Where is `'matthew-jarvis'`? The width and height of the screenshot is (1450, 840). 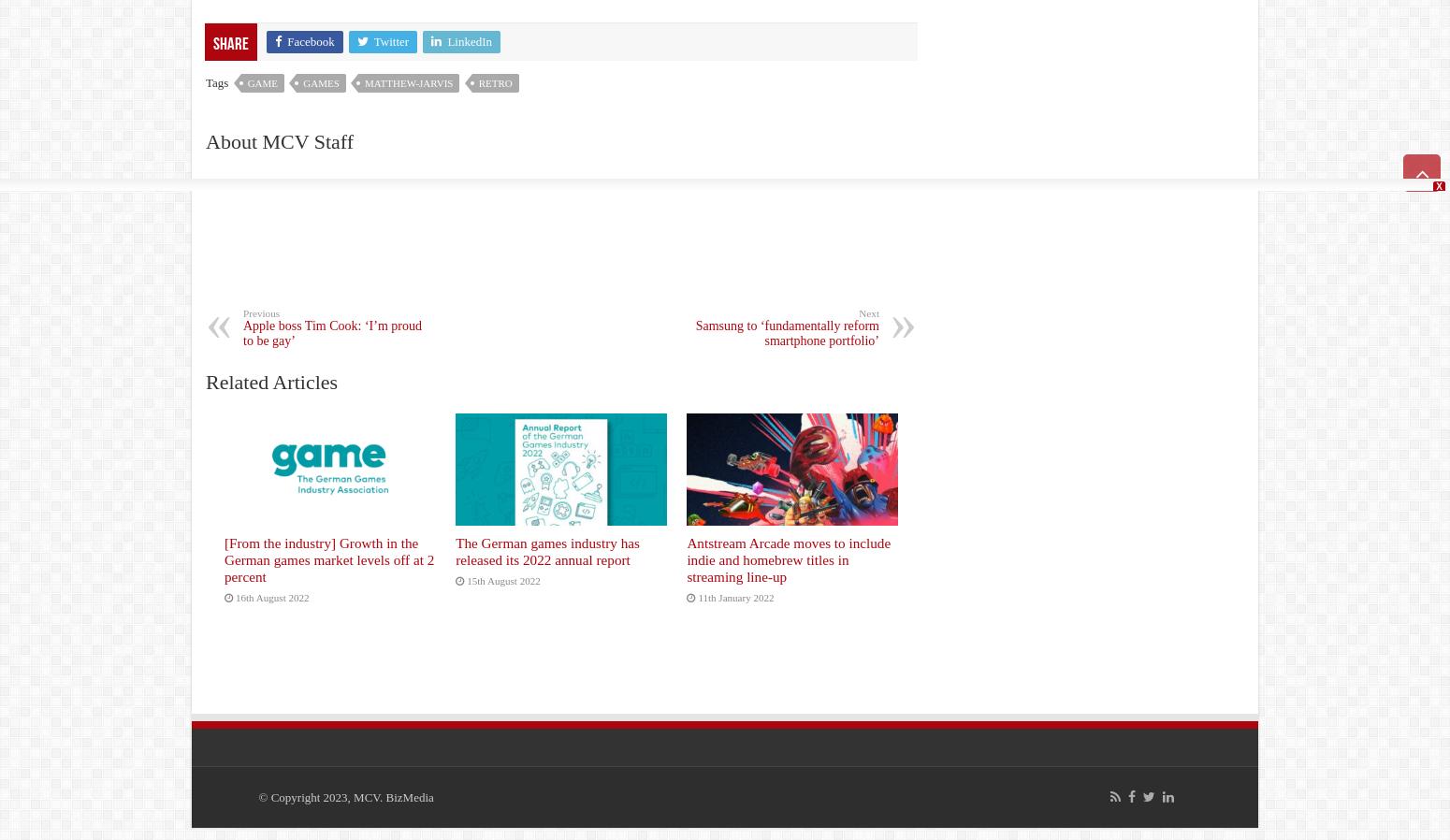
'matthew-jarvis' is located at coordinates (408, 81).